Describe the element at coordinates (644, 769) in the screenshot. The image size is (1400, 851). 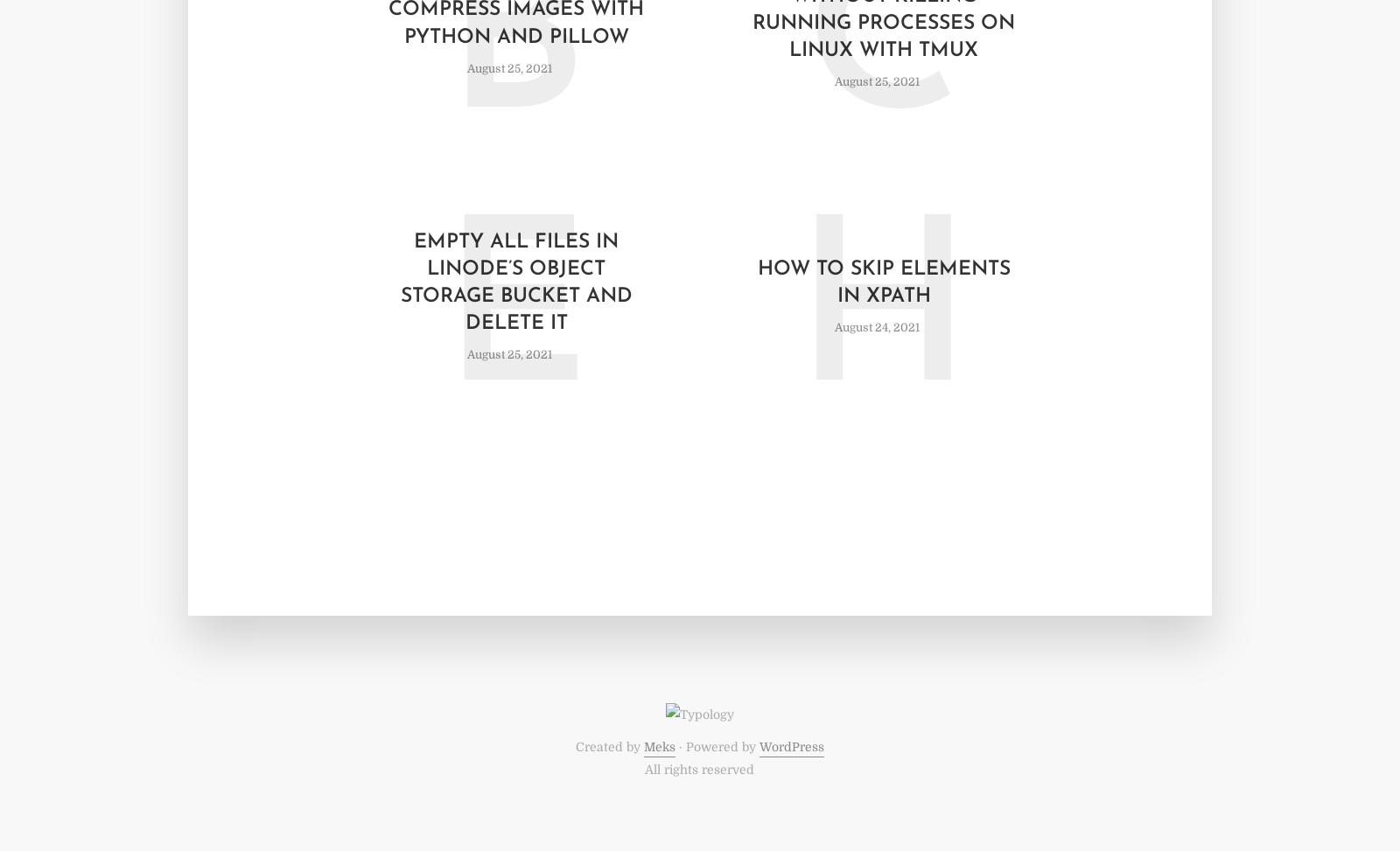
I see `'All rights reserved'` at that location.